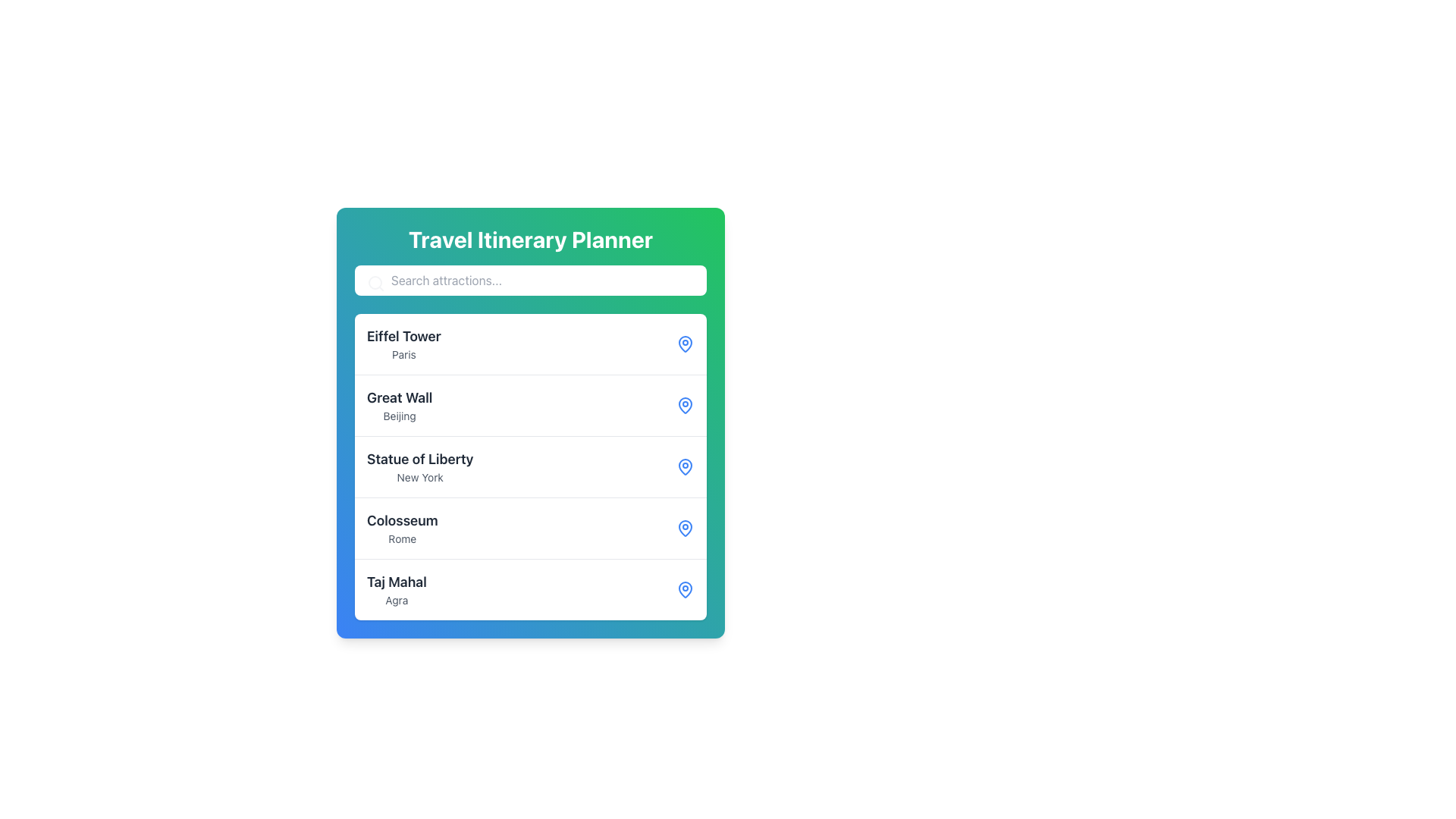 This screenshot has height=819, width=1456. Describe the element at coordinates (531, 344) in the screenshot. I see `the first list item representing the Eiffel Tower in Paris` at that location.